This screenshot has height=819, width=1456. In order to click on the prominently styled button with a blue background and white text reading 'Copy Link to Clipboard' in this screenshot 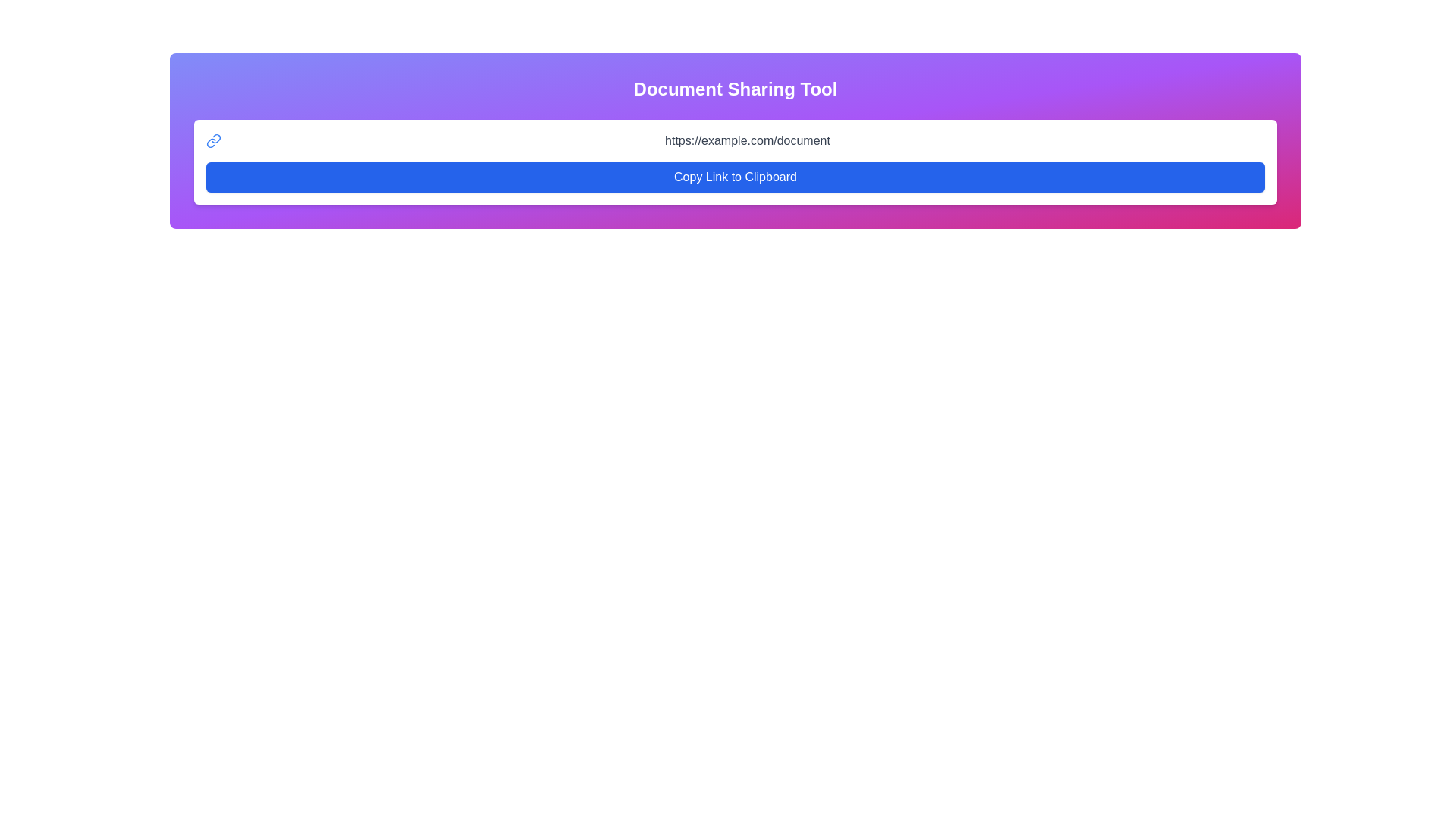, I will do `click(735, 177)`.